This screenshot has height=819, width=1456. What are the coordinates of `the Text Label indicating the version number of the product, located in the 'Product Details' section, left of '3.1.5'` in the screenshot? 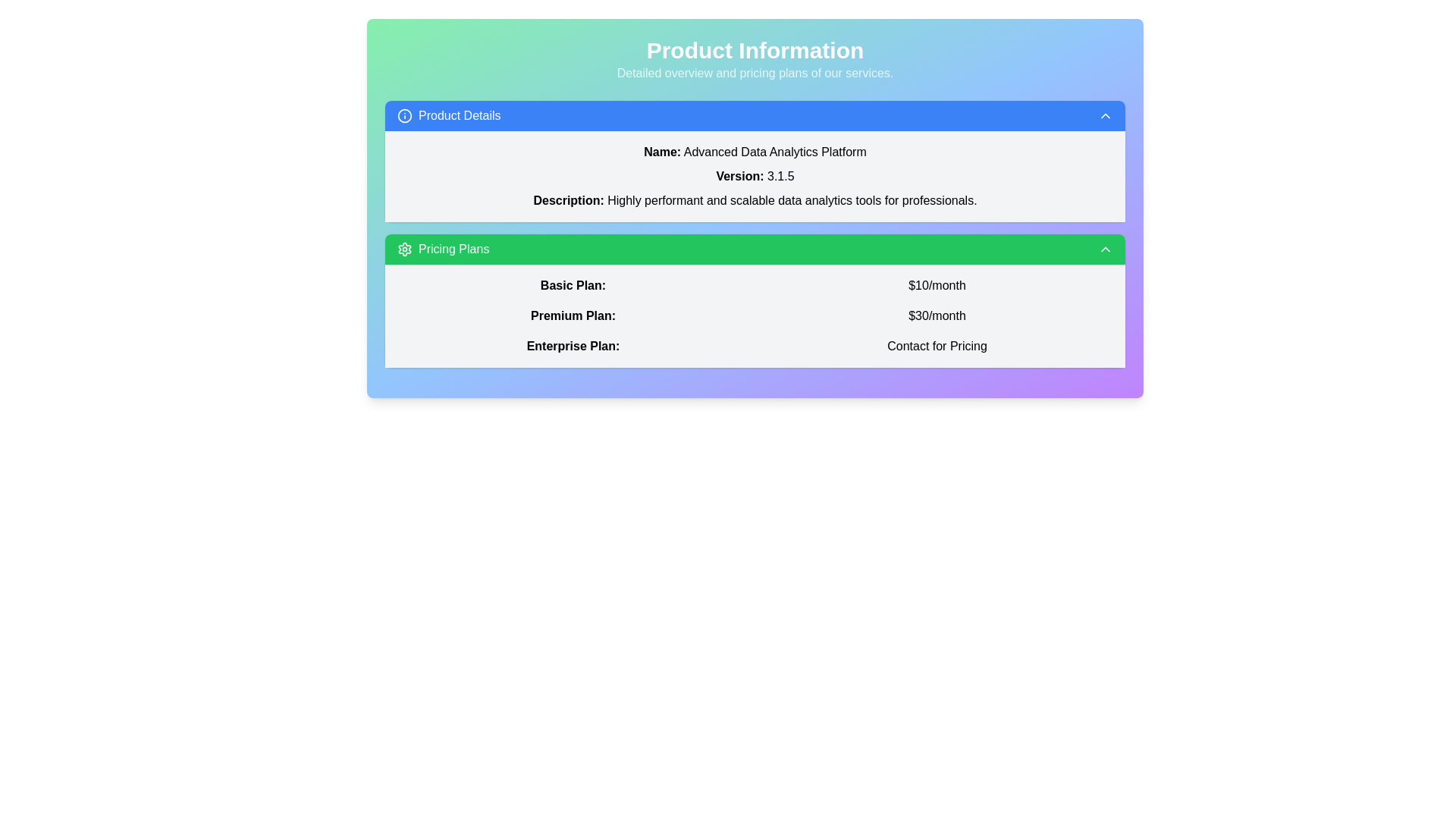 It's located at (739, 175).